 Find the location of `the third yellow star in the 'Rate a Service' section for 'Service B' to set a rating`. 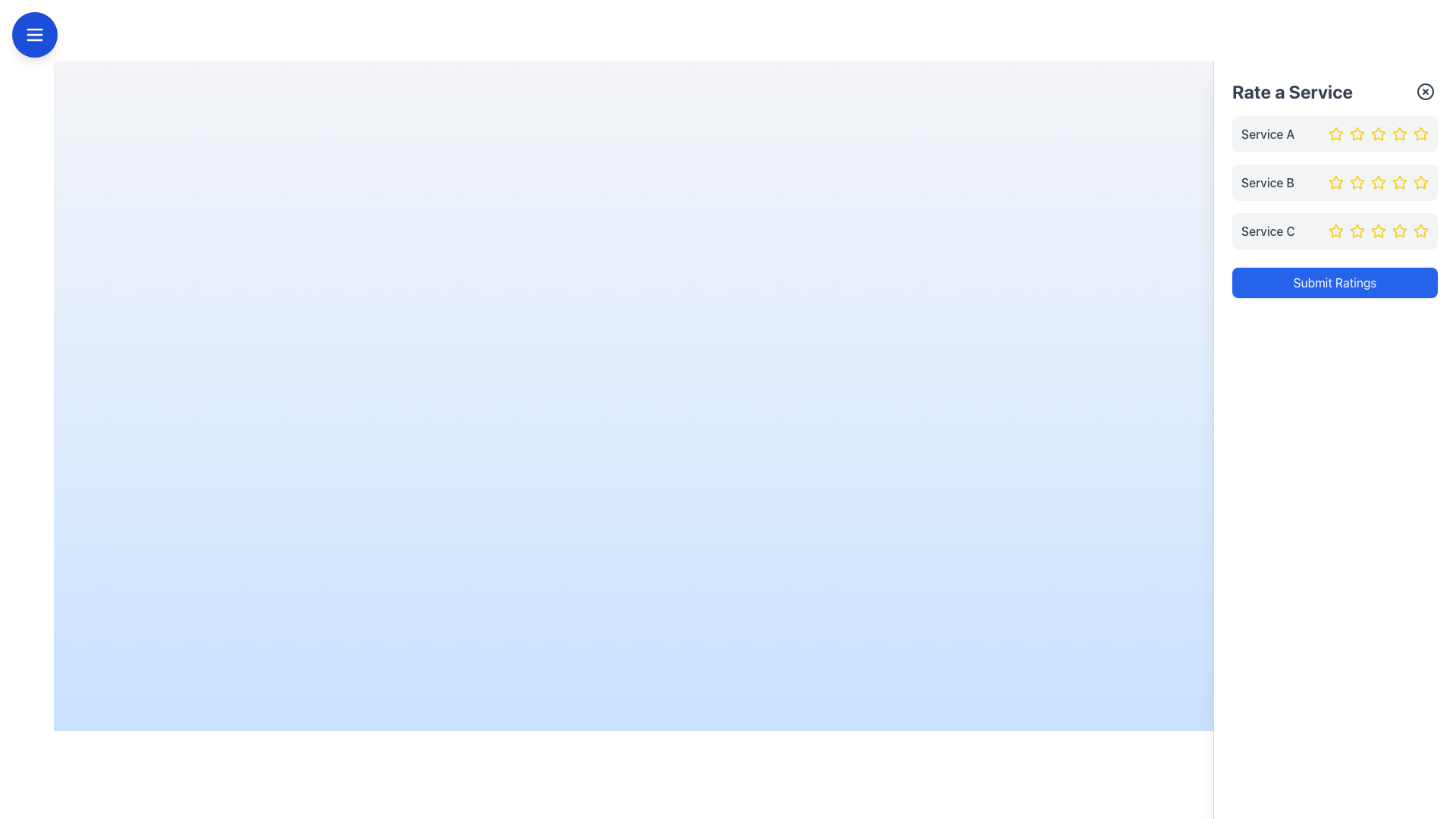

the third yellow star in the 'Rate a Service' section for 'Service B' to set a rating is located at coordinates (1379, 181).